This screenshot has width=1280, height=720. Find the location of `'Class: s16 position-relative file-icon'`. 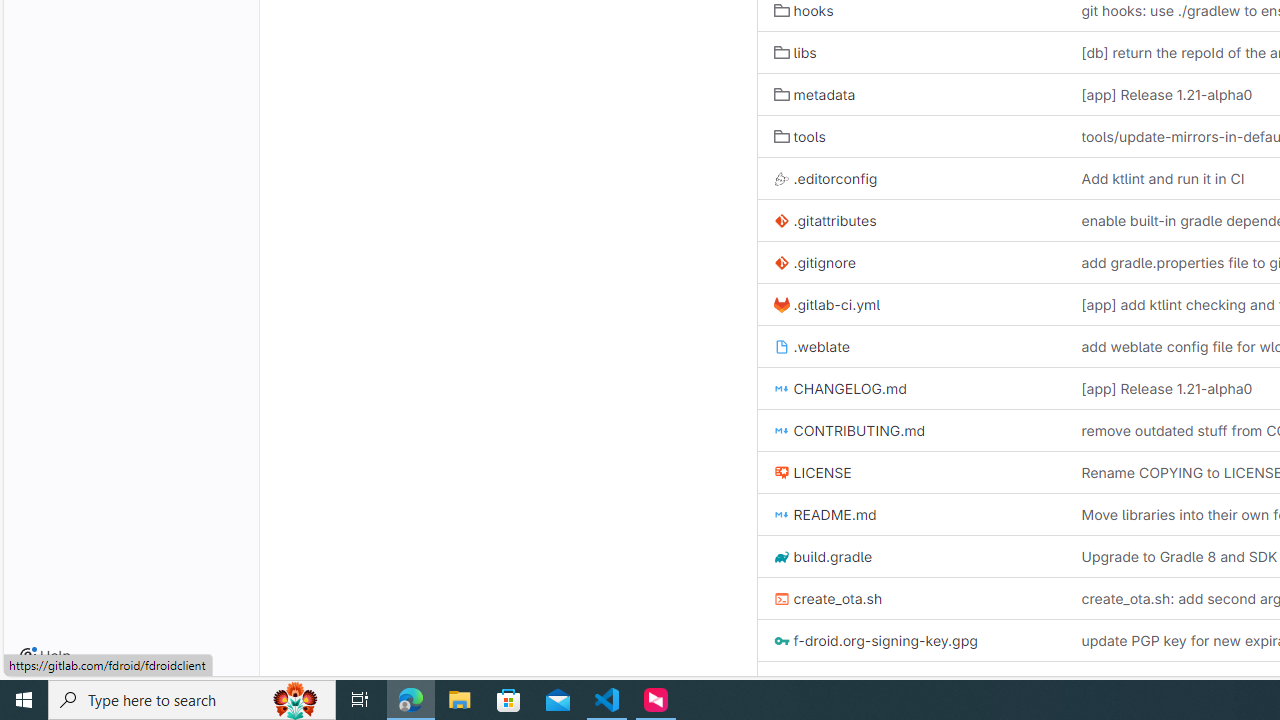

'Class: s16 position-relative file-icon' is located at coordinates (780, 682).